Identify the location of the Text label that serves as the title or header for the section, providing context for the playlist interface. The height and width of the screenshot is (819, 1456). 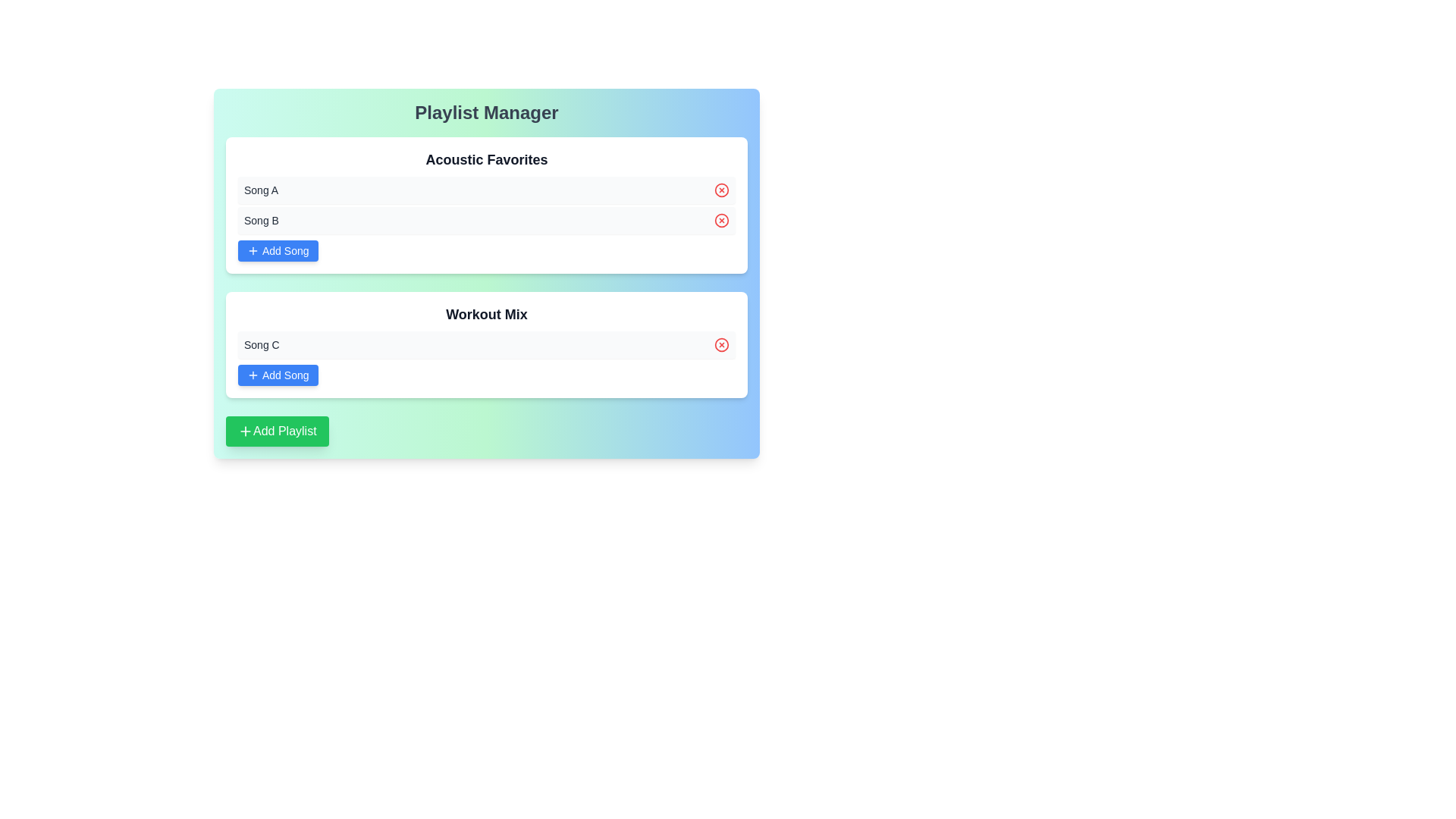
(487, 112).